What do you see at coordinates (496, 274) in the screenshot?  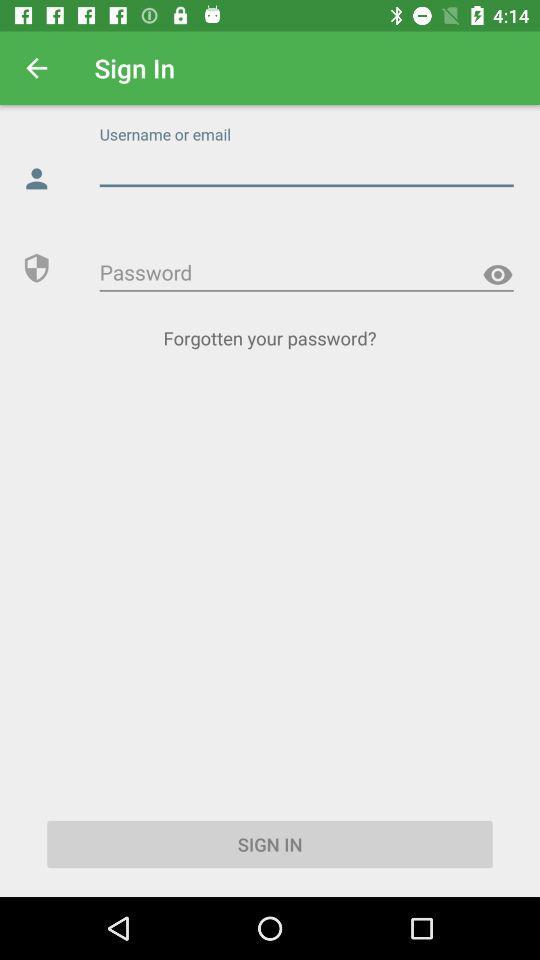 I see `password` at bounding box center [496, 274].